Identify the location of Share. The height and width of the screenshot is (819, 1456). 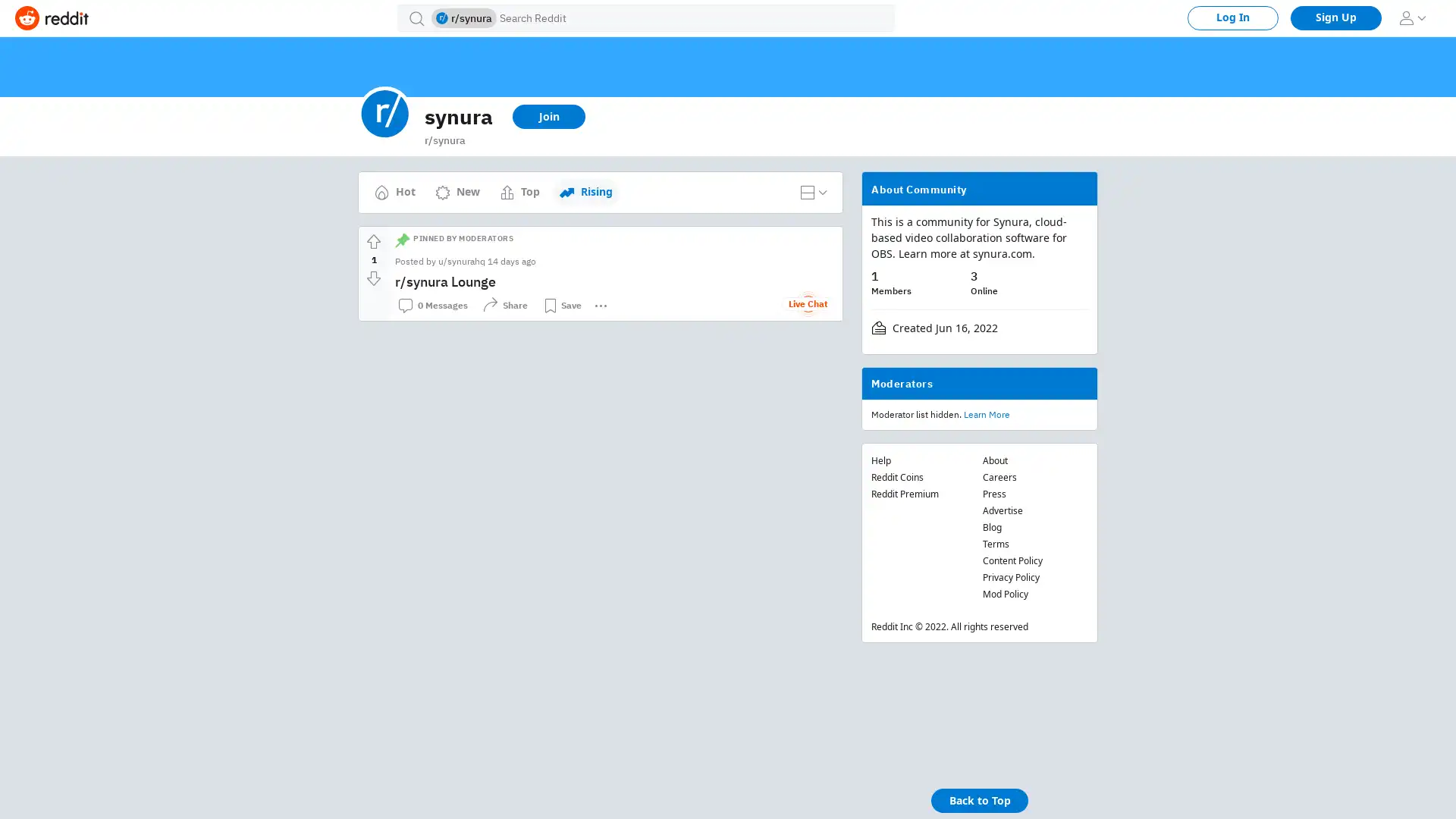
(505, 305).